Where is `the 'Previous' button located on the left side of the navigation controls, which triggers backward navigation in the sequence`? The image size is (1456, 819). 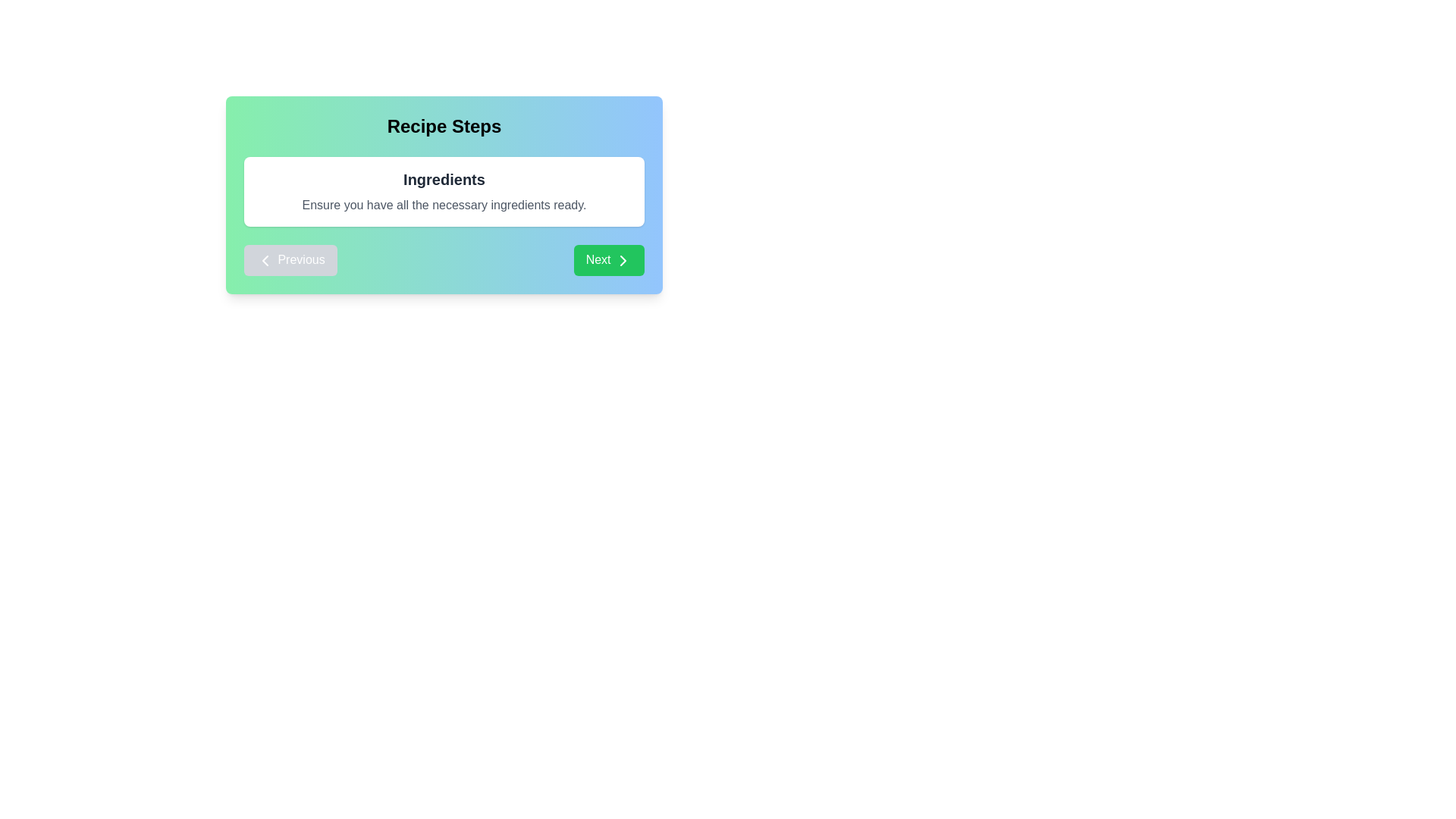
the 'Previous' button located on the left side of the navigation controls, which triggers backward navigation in the sequence is located at coordinates (290, 259).